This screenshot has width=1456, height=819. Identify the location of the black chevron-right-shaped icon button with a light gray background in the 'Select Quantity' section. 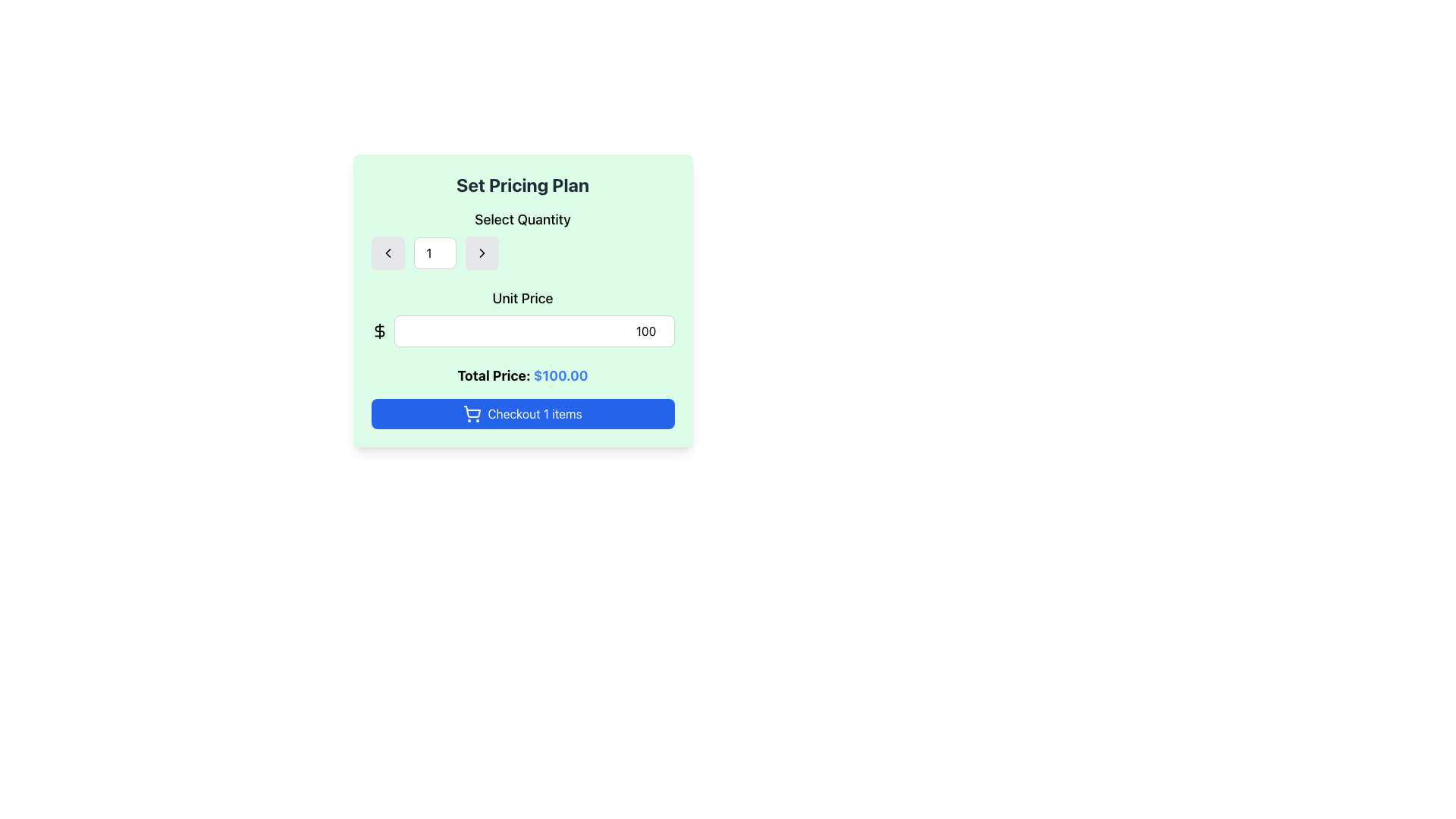
(481, 253).